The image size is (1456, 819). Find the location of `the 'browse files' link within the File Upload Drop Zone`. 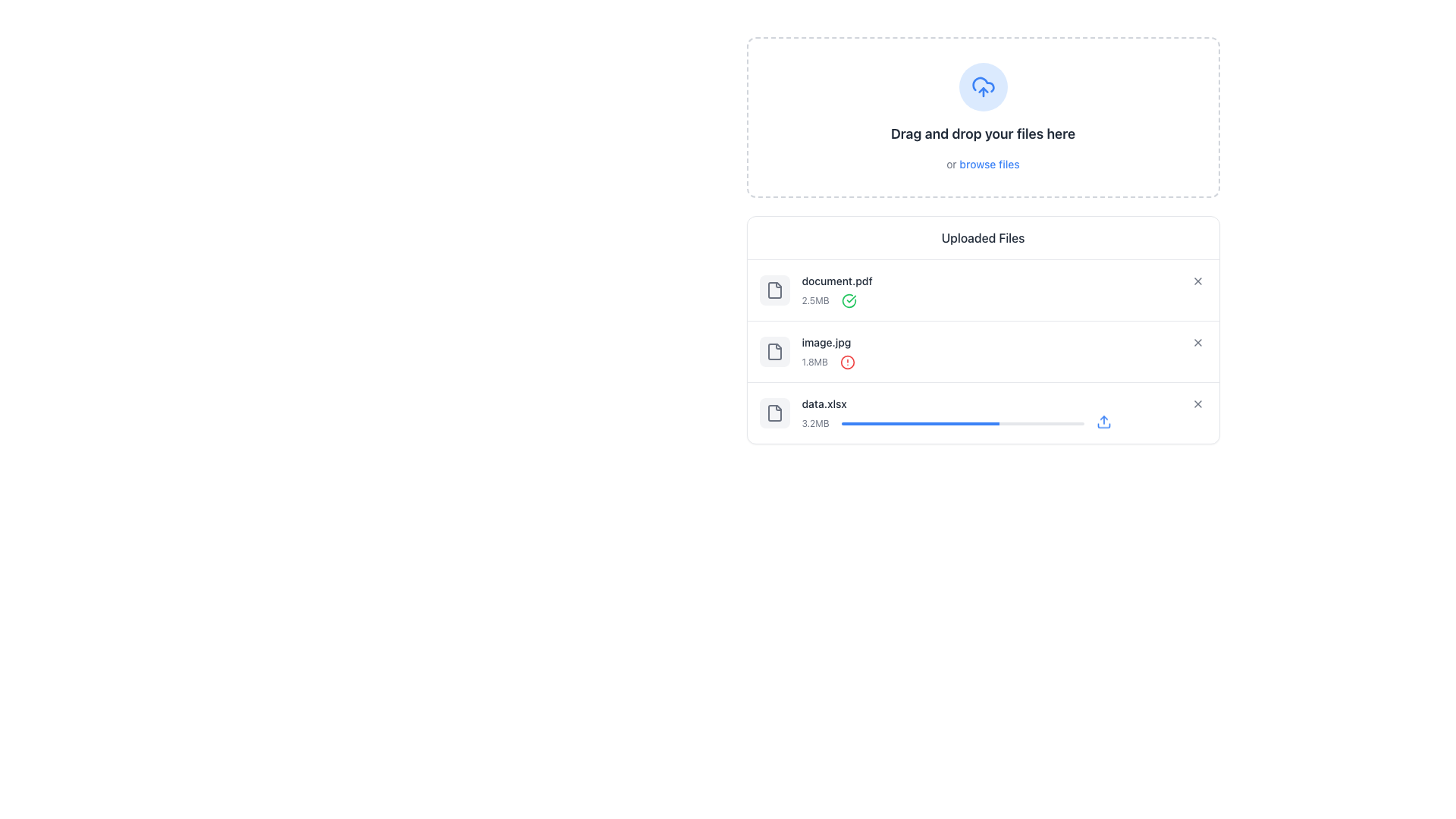

the 'browse files' link within the File Upload Drop Zone is located at coordinates (983, 116).